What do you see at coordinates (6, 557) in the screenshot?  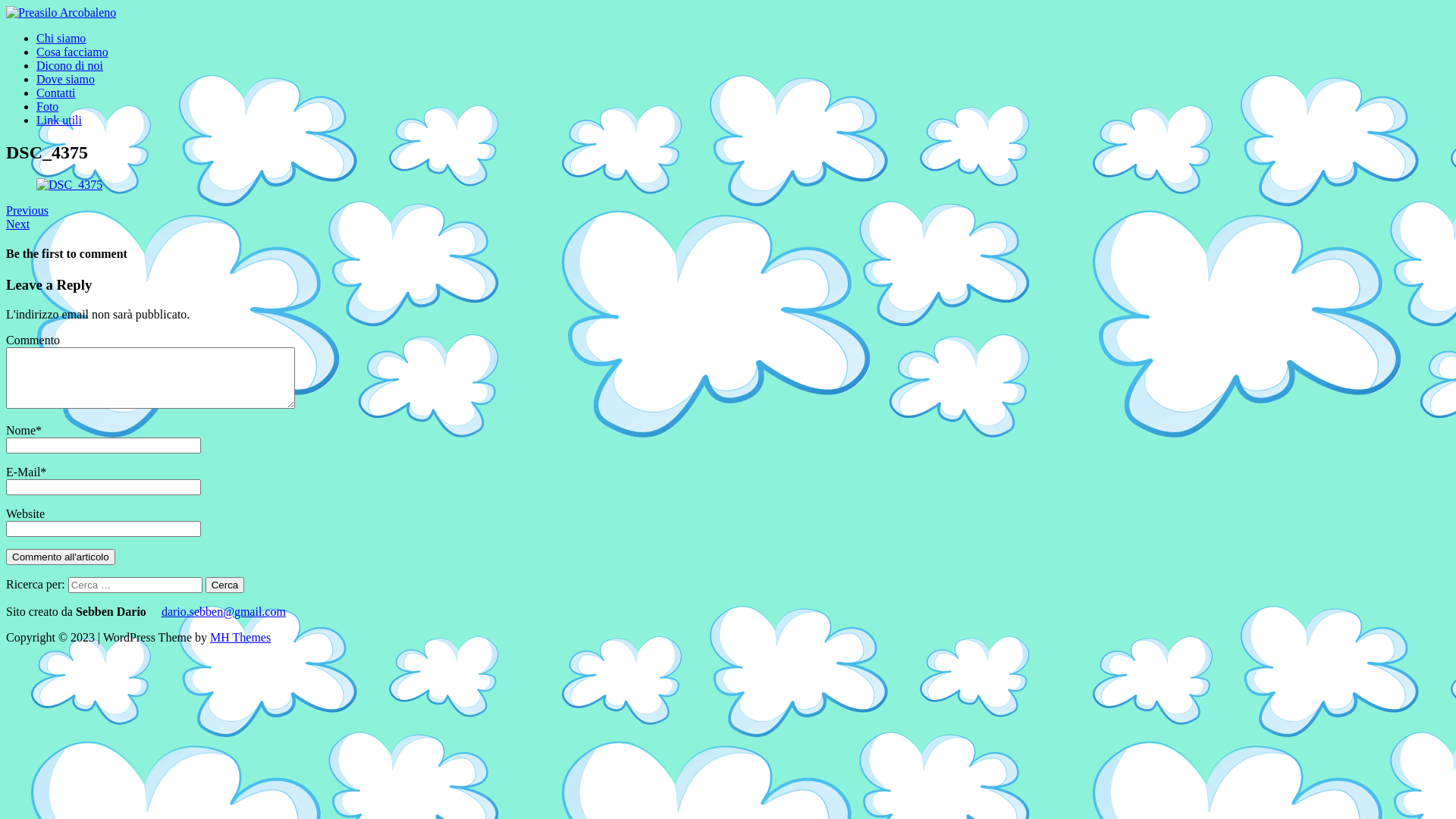 I see `'Commento all'articolo'` at bounding box center [6, 557].